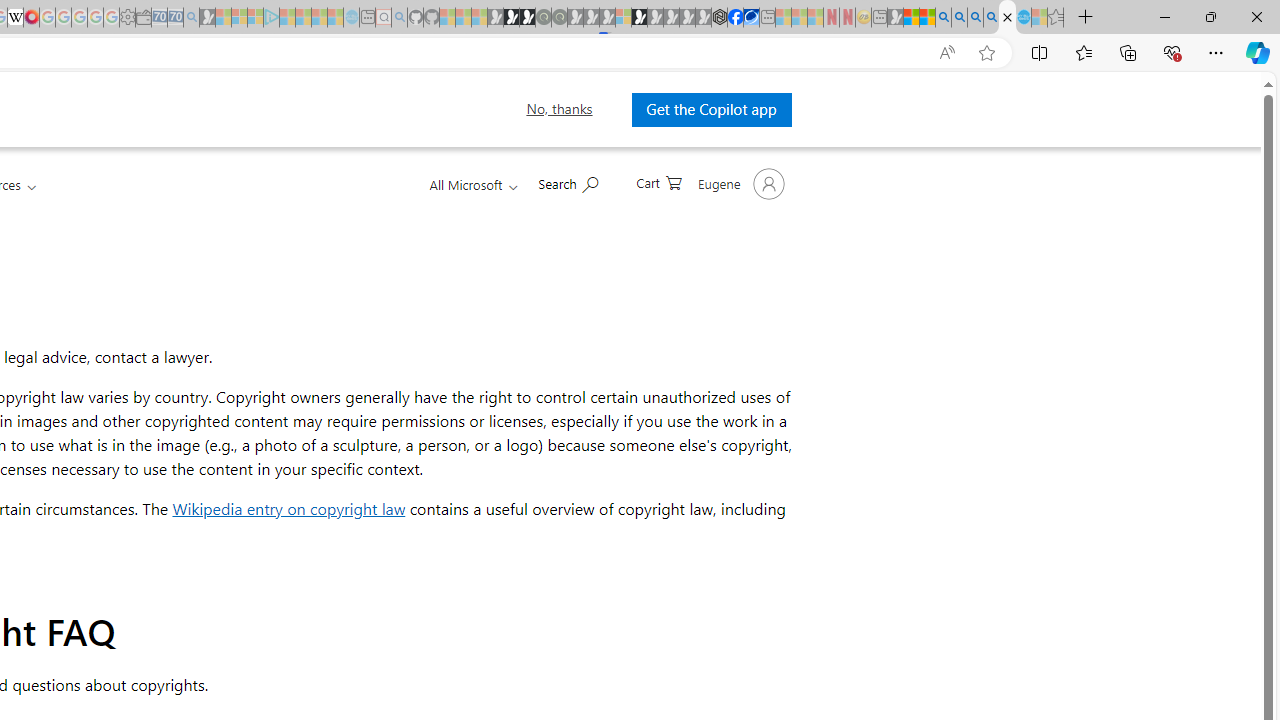  What do you see at coordinates (1023, 17) in the screenshot?
I see `'Services - Maintenance | Sky Blue Bikes - Sky Blue Bikes'` at bounding box center [1023, 17].